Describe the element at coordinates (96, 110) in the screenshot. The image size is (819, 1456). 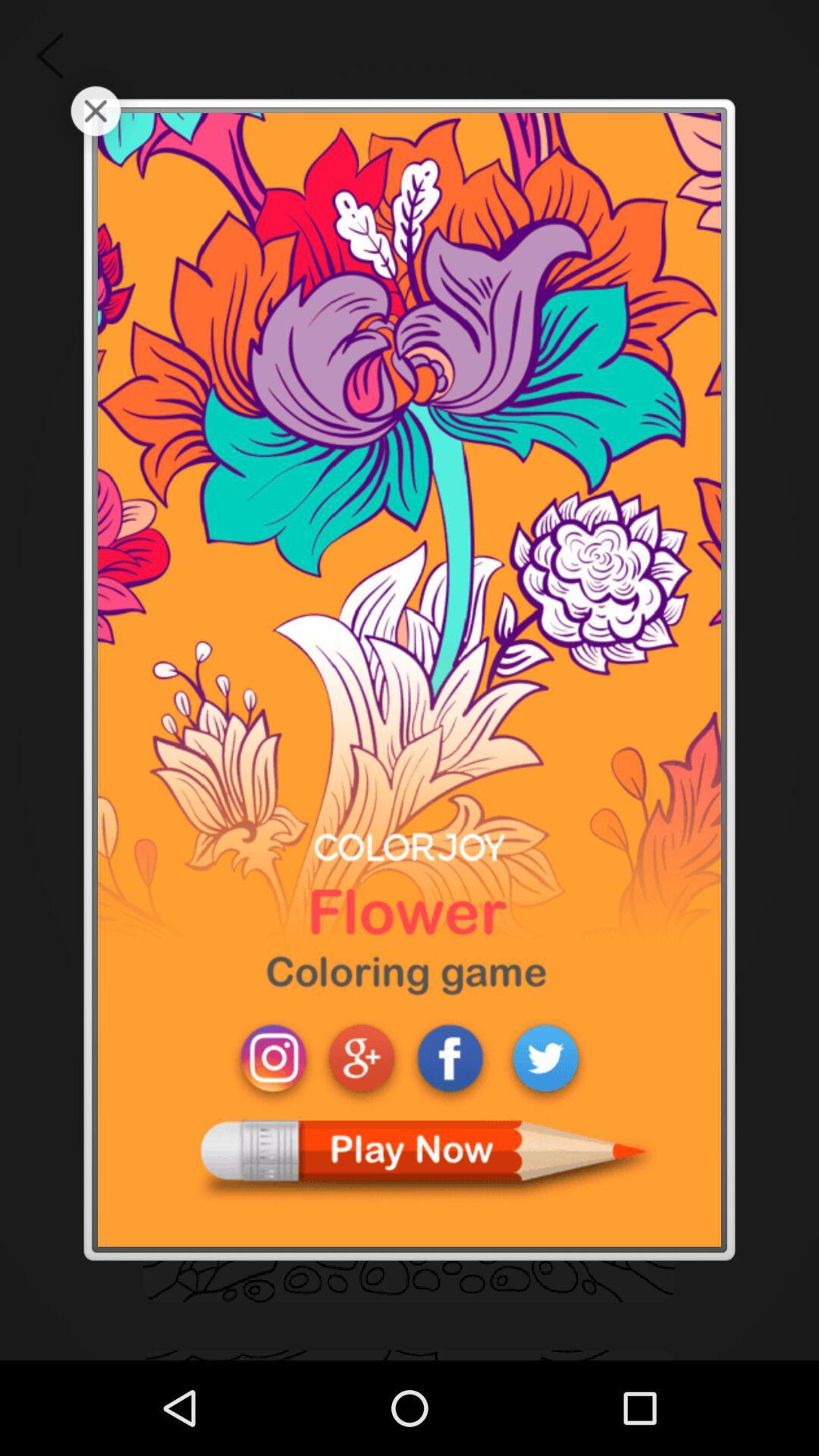
I see `item at the top left corner` at that location.